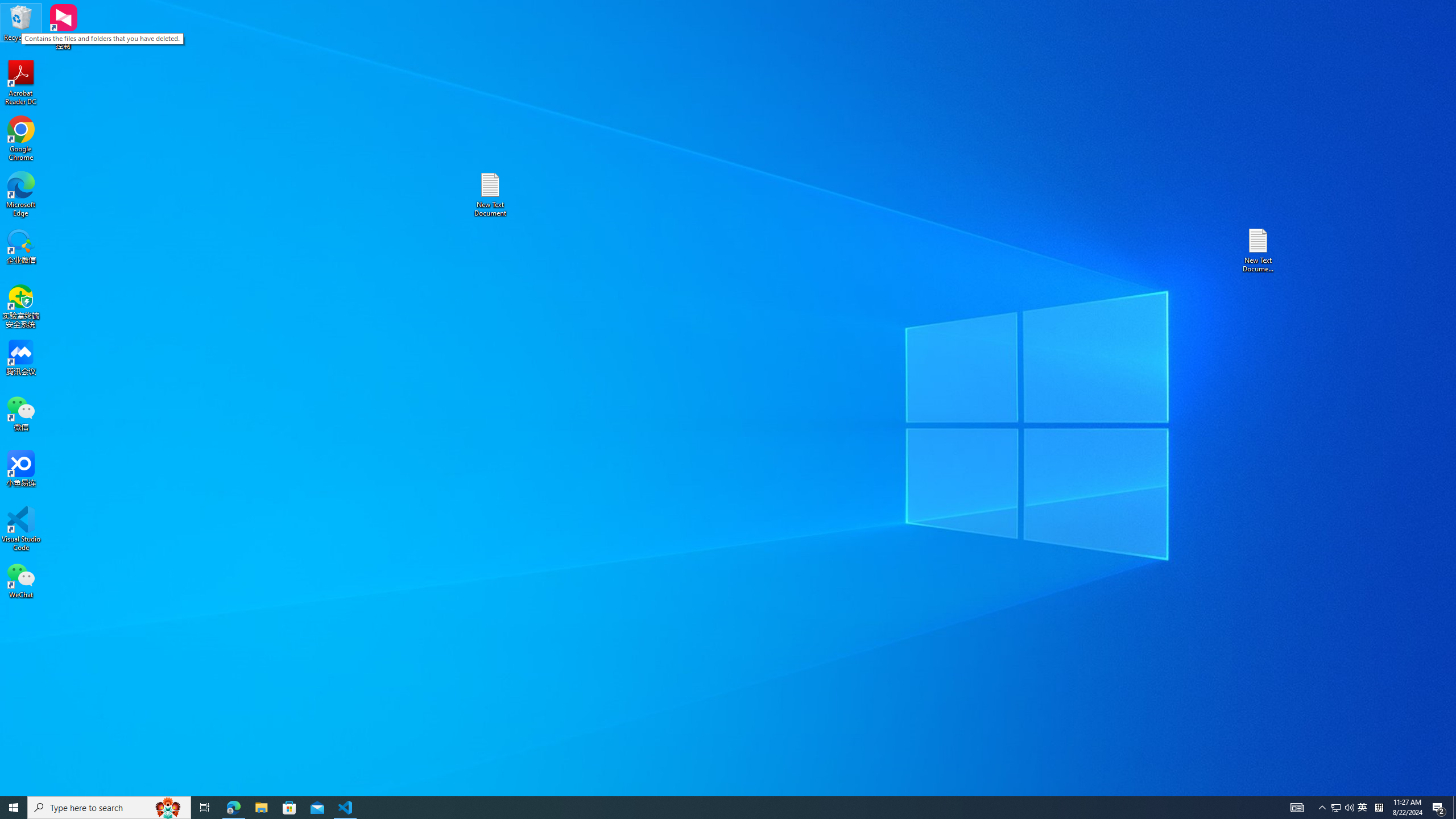 This screenshot has width=1456, height=819. I want to click on 'New Text Document', so click(489, 194).